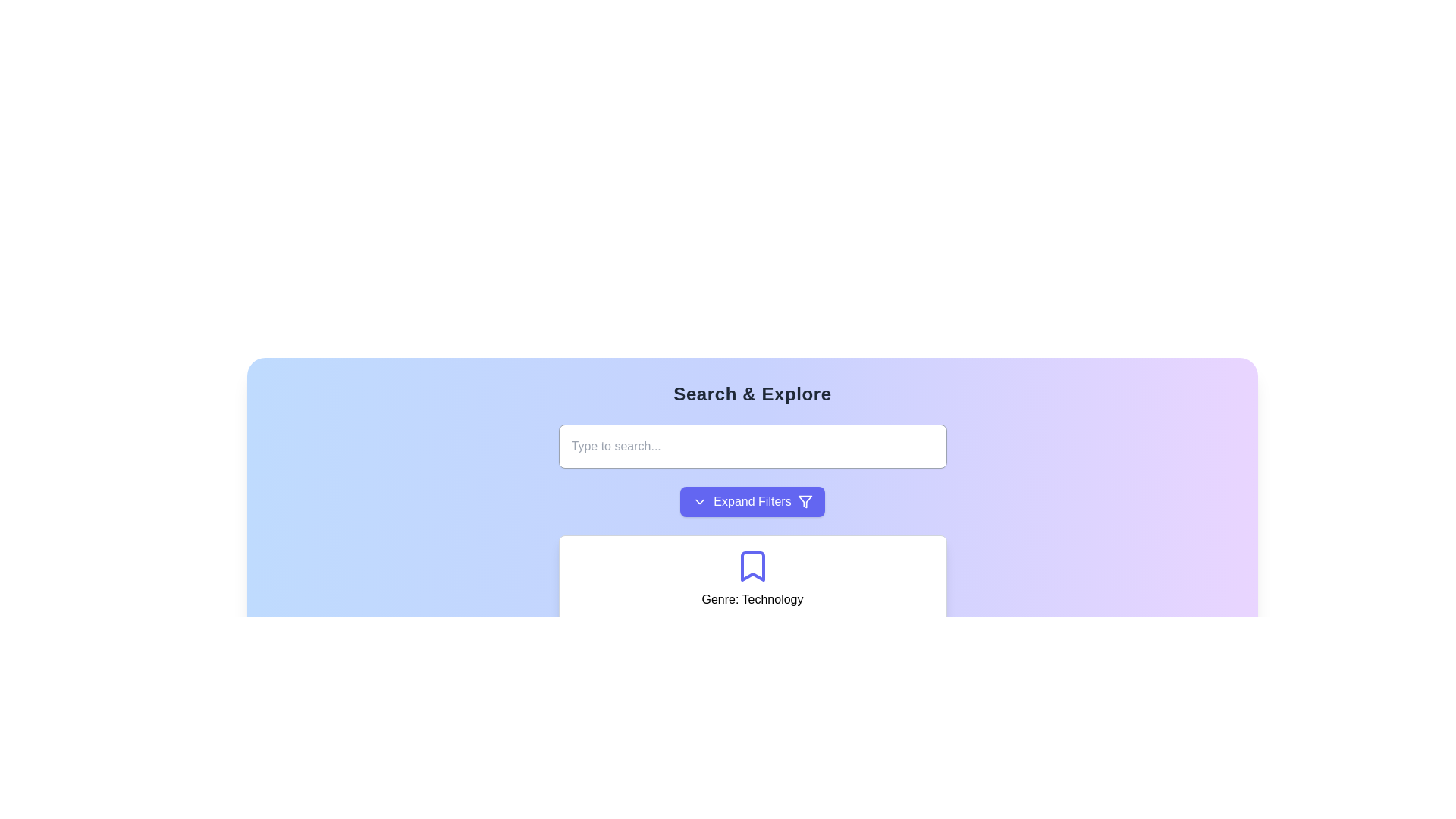  Describe the element at coordinates (699, 502) in the screenshot. I see `the downward-facing chevron icon outlined in white on a blue background, located within the 'Expand Filters' button` at that location.